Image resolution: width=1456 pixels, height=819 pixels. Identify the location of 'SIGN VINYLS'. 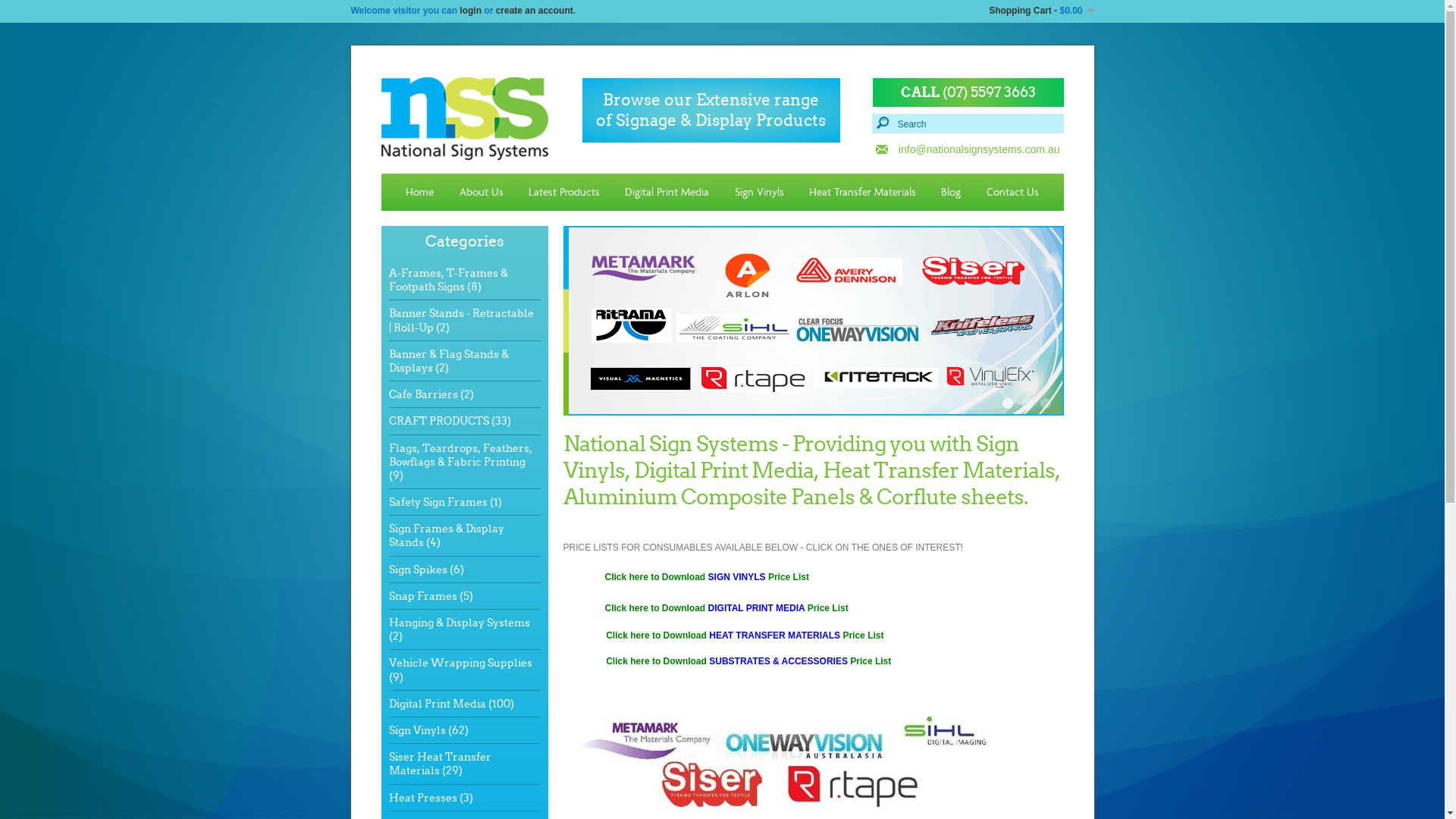
(738, 576).